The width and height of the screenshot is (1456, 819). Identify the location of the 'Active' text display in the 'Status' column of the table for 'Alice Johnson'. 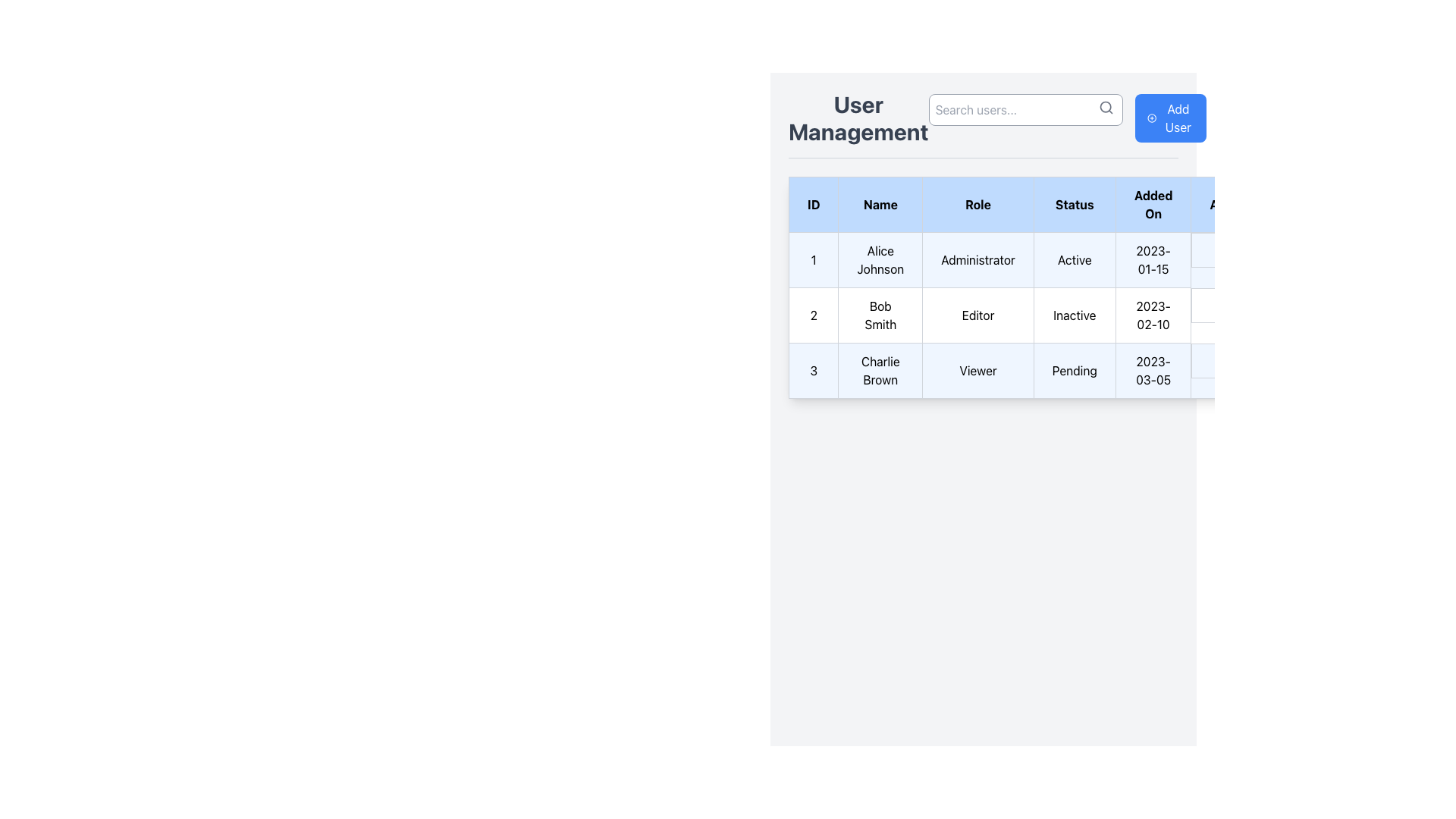
(1074, 259).